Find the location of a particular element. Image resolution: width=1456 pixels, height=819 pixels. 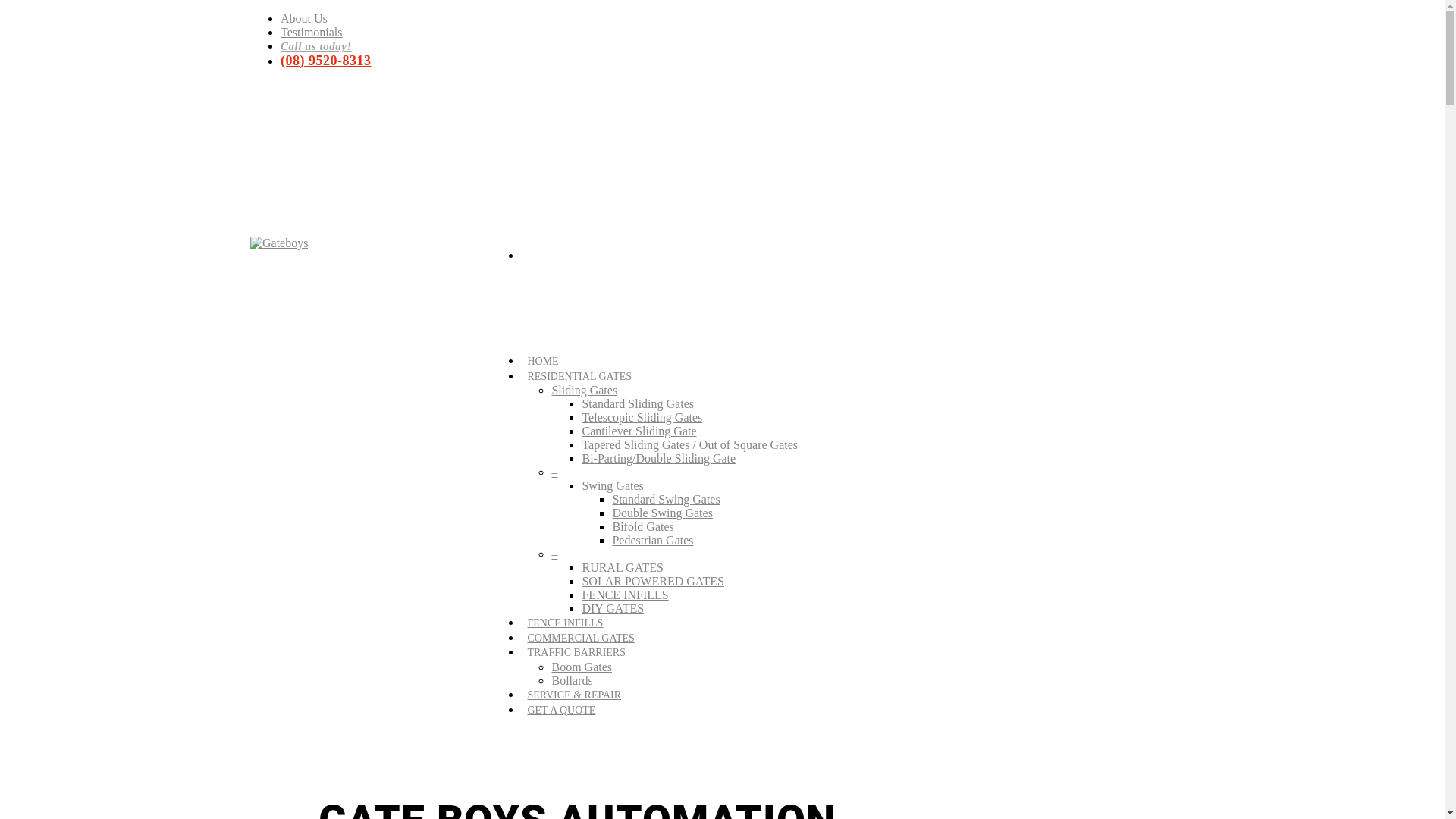

'Bollards' is located at coordinates (550, 679).